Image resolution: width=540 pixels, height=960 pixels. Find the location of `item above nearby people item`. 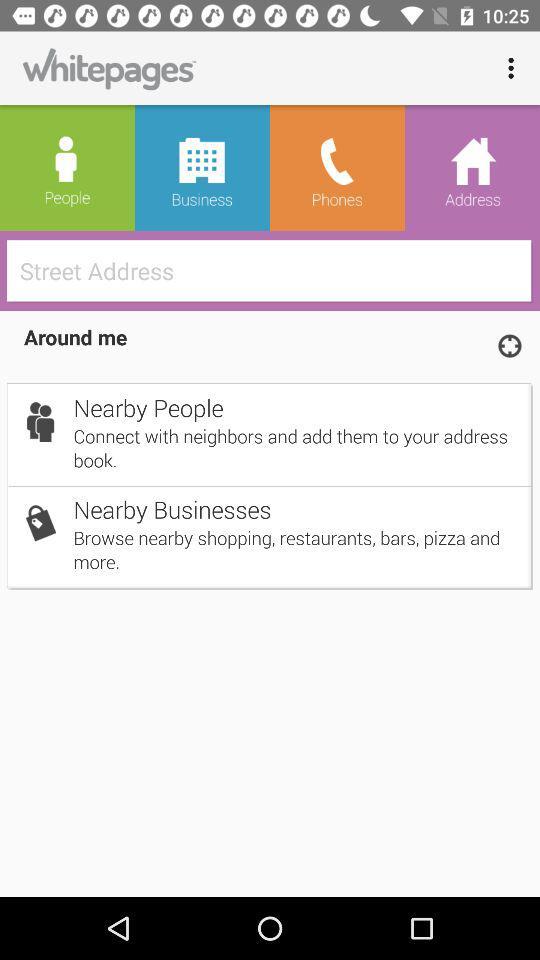

item above nearby people item is located at coordinates (509, 345).